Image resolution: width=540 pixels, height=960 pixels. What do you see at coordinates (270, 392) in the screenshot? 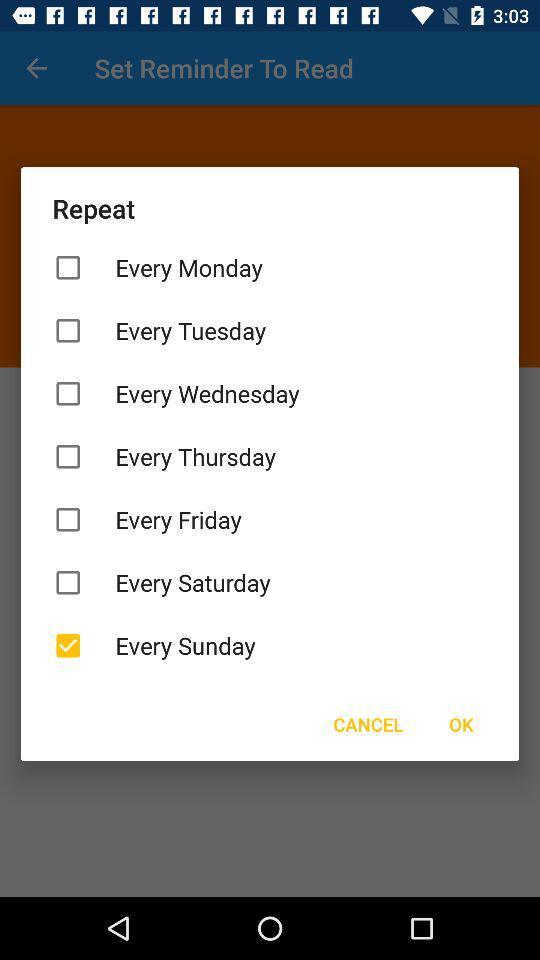
I see `the every wednesday` at bounding box center [270, 392].